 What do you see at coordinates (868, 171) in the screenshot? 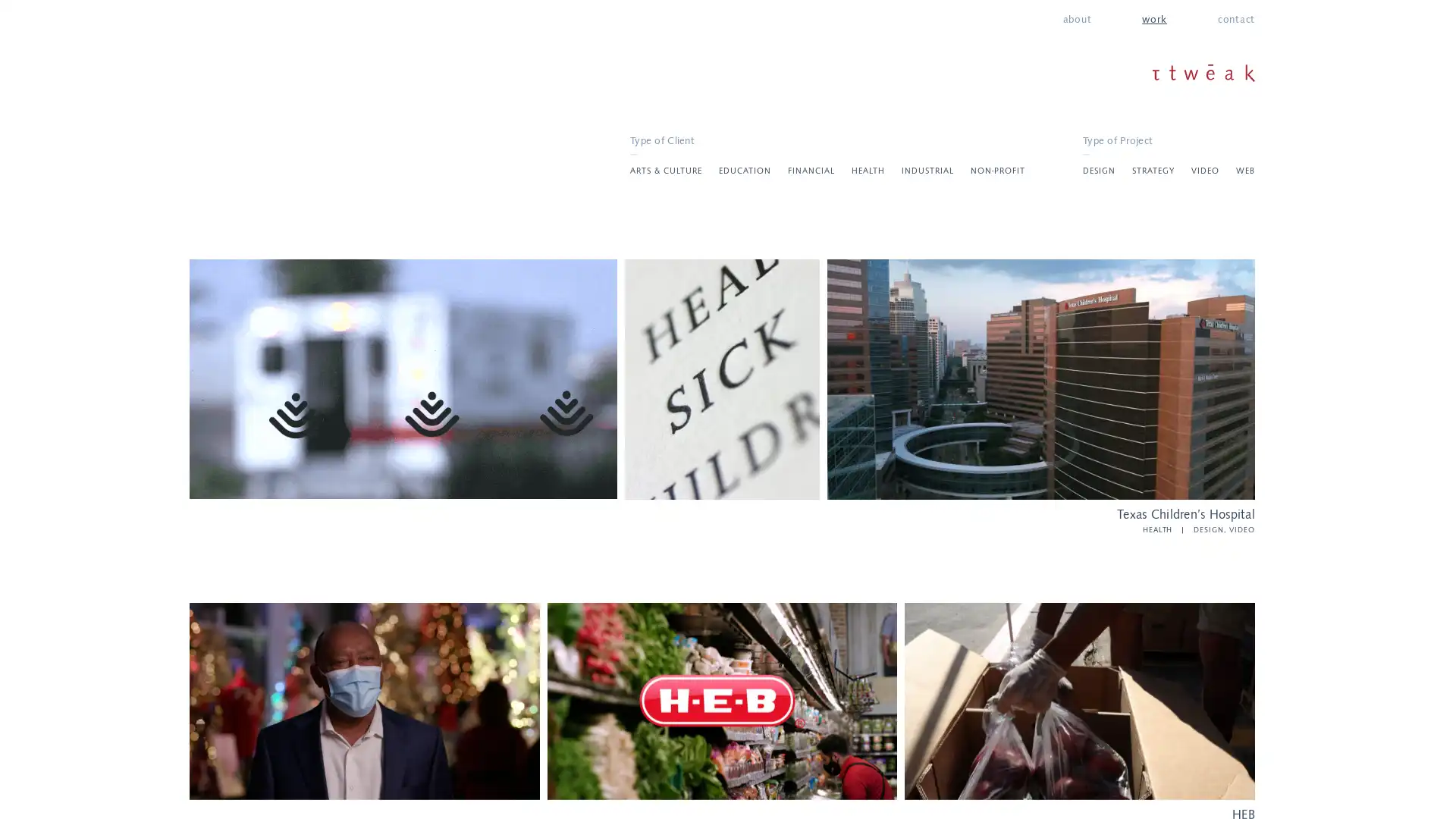
I see `HEALTH` at bounding box center [868, 171].